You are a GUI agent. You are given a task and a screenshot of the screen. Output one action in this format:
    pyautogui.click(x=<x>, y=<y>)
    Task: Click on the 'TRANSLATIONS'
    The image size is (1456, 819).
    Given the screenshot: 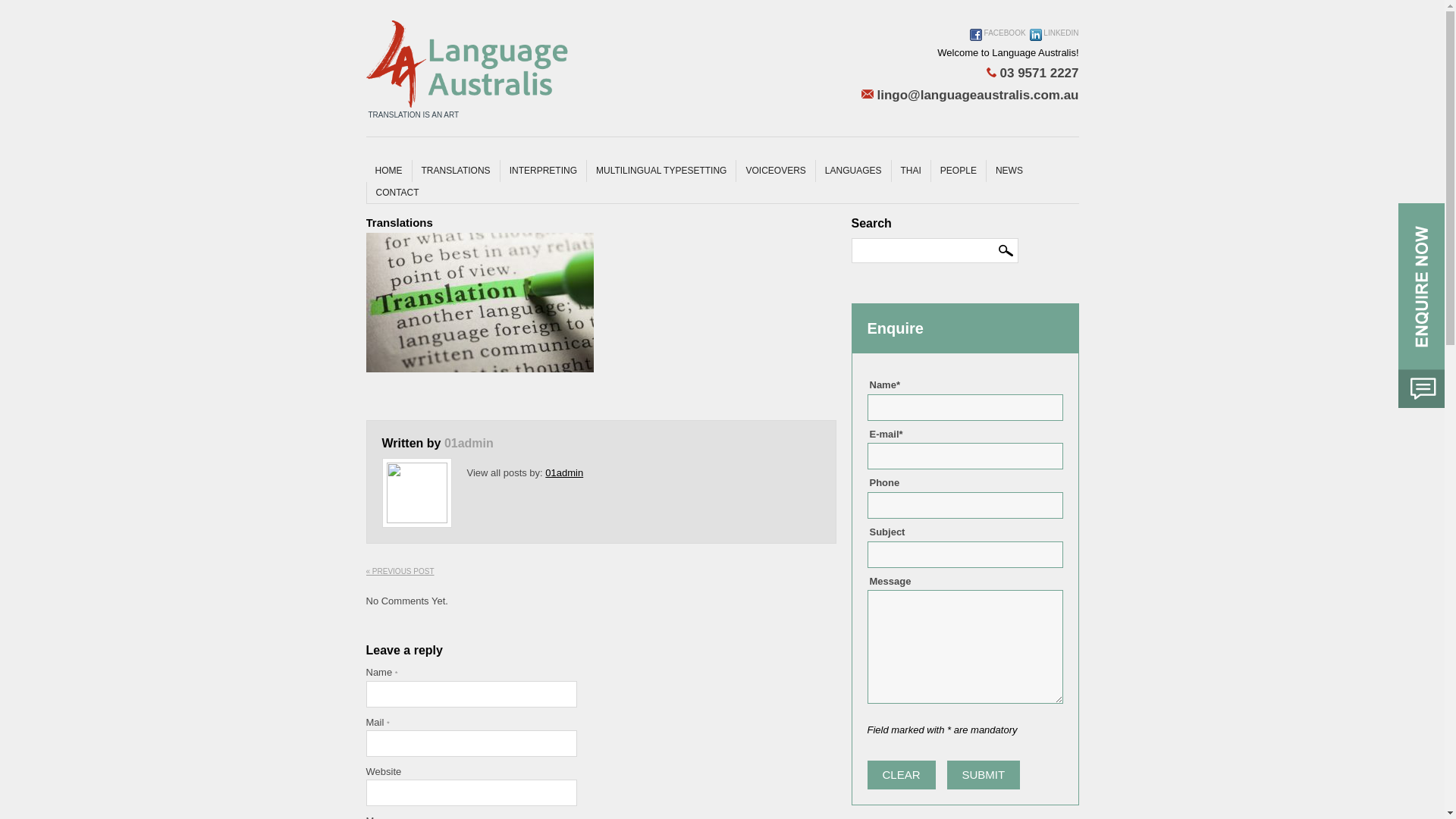 What is the action you would take?
    pyautogui.click(x=454, y=171)
    